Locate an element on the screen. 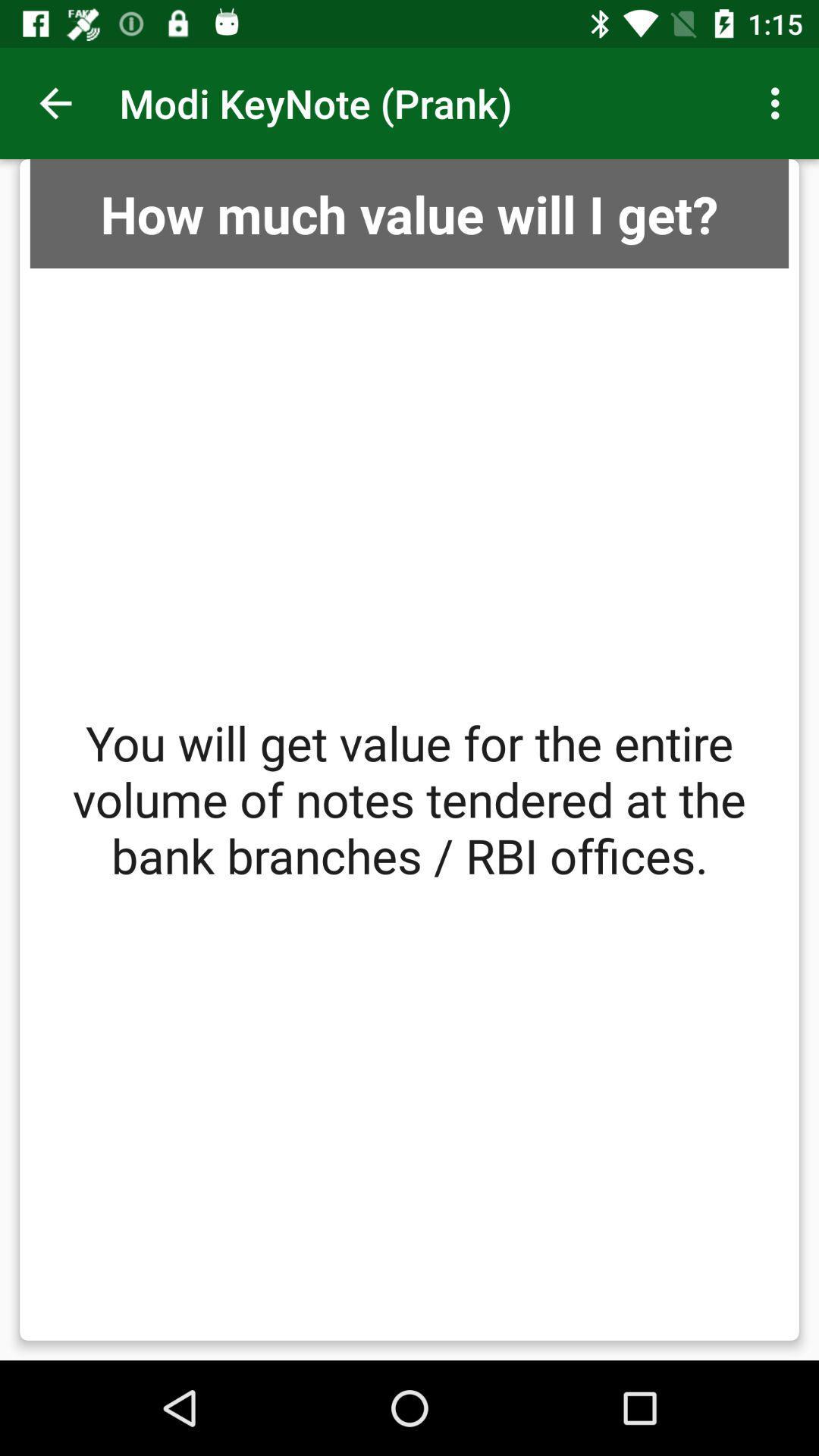  the item at the top left corner is located at coordinates (55, 102).